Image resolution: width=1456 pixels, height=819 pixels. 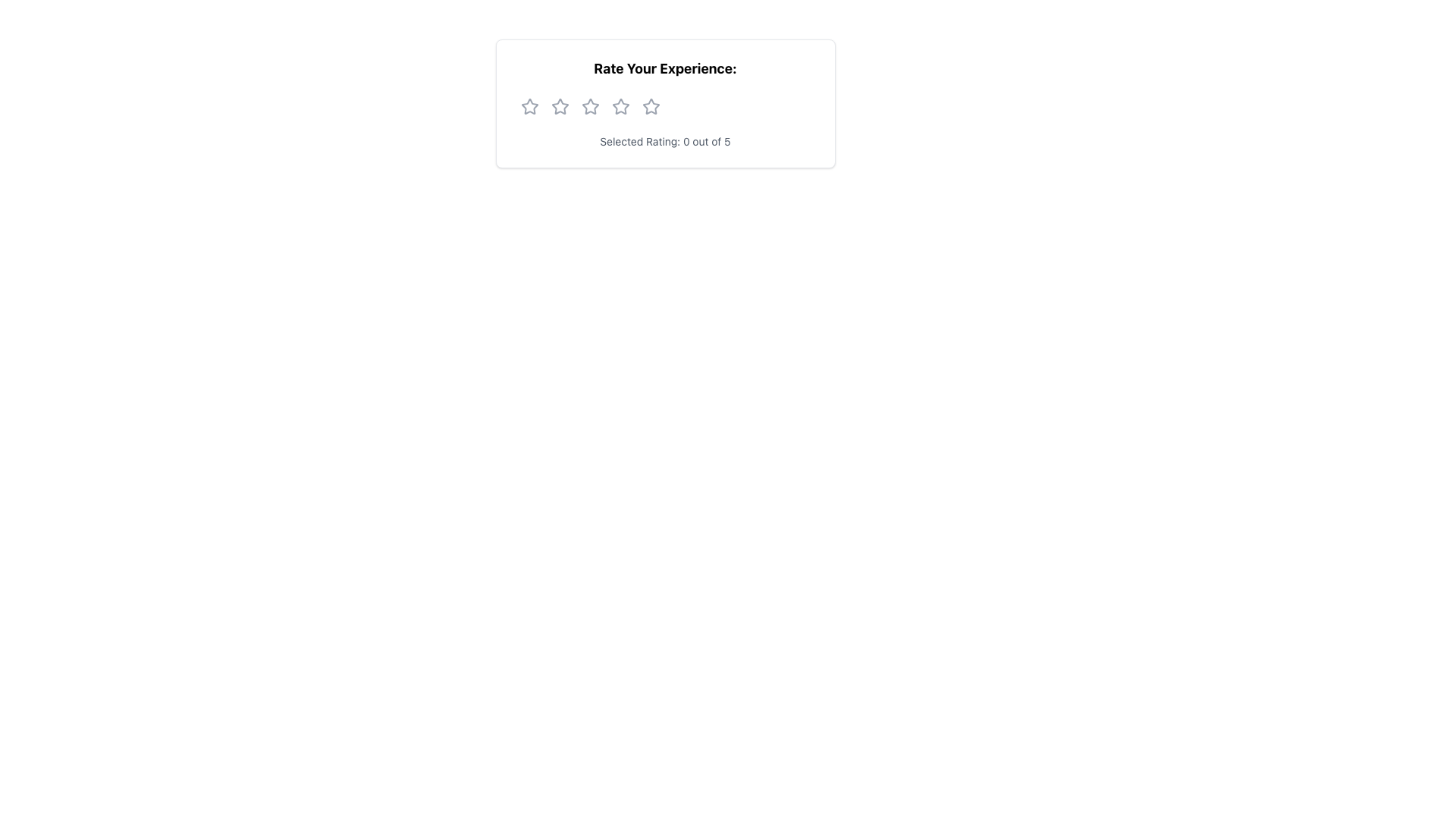 What do you see at coordinates (665, 141) in the screenshot?
I see `the text label that displays the currently selected rating out of 5, positioned centrally below the rating stars` at bounding box center [665, 141].